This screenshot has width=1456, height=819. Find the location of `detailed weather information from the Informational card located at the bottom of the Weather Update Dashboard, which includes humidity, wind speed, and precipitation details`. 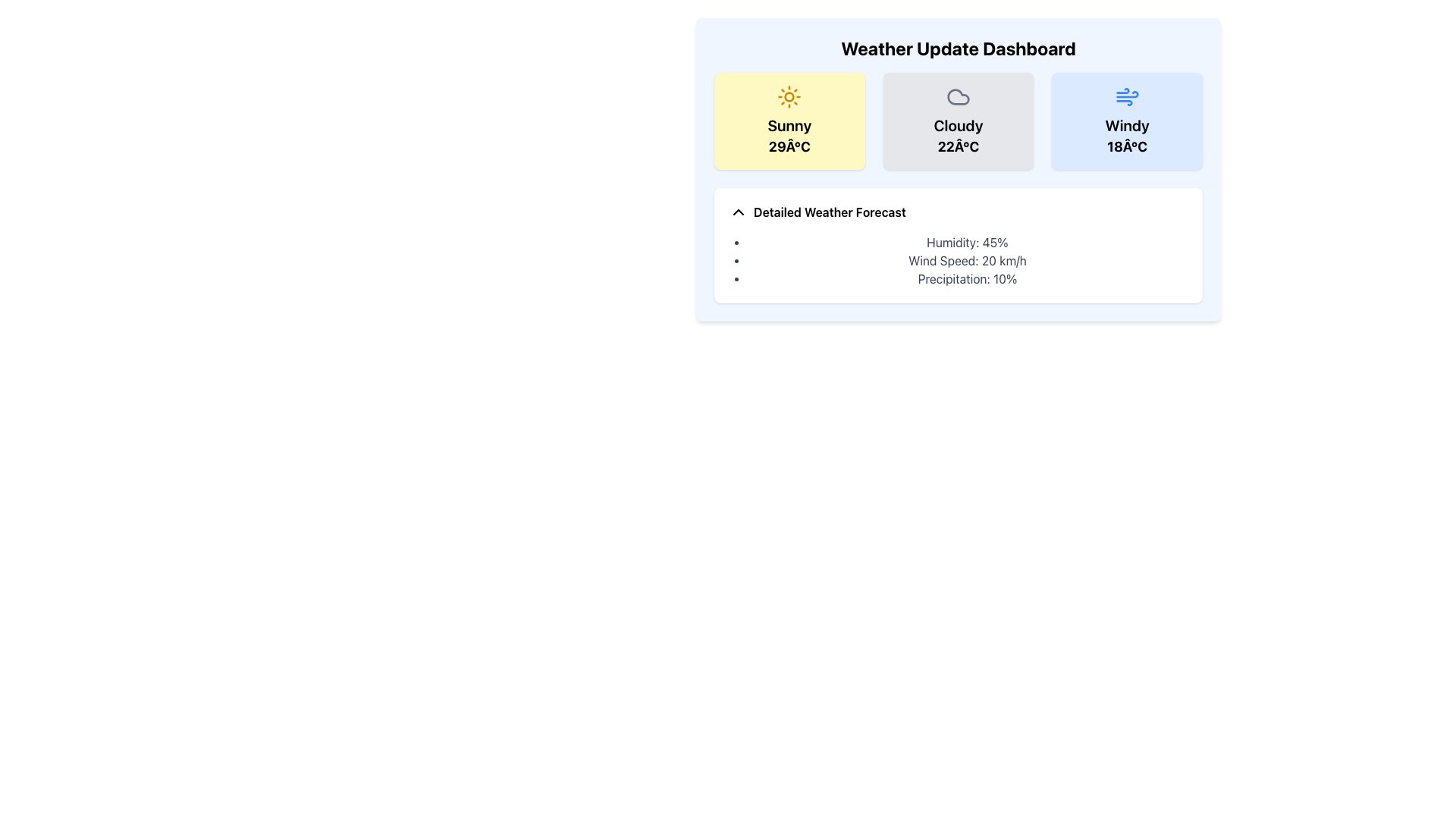

detailed weather information from the Informational card located at the bottom of the Weather Update Dashboard, which includes humidity, wind speed, and precipitation details is located at coordinates (957, 245).